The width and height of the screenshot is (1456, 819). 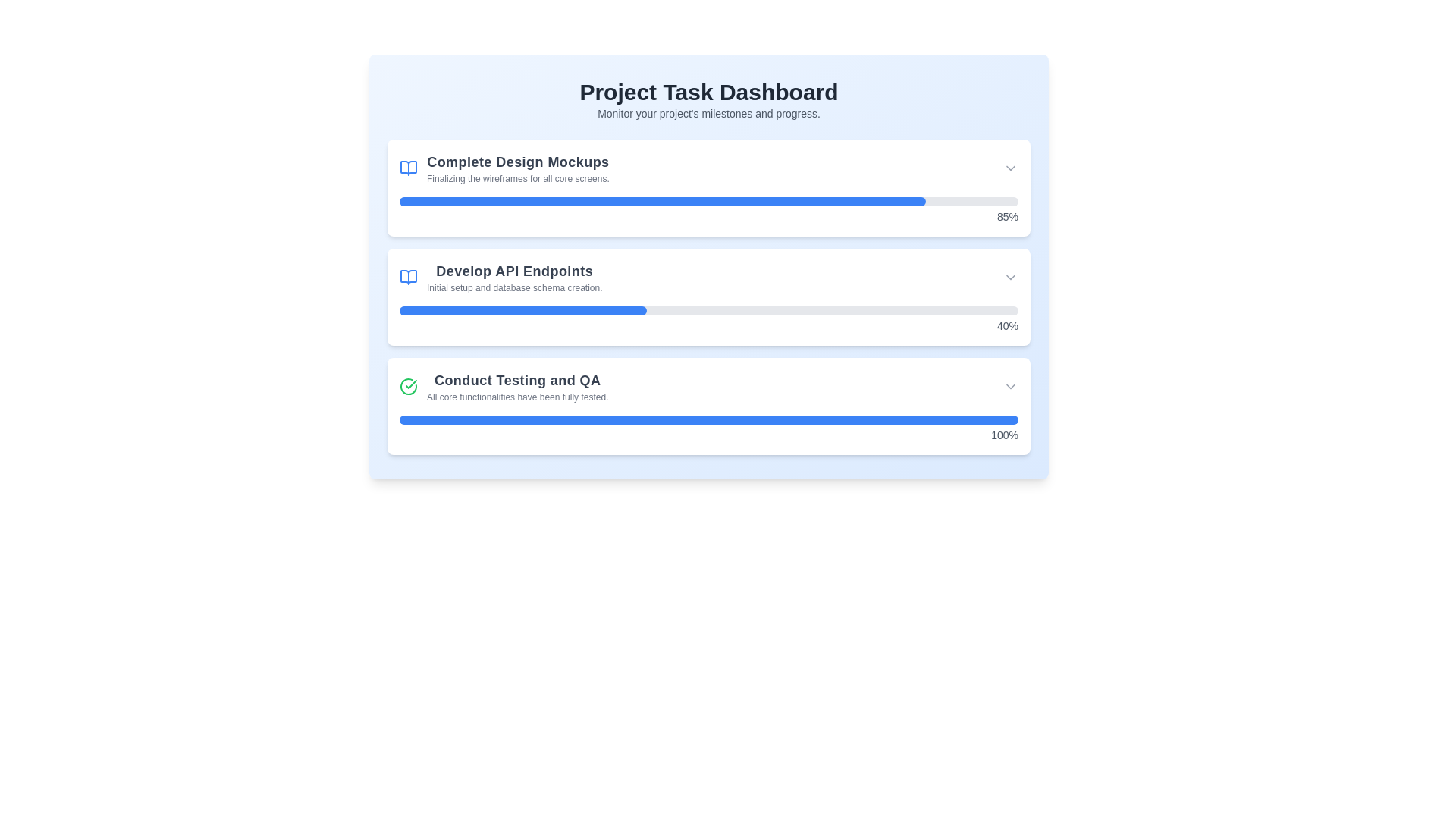 What do you see at coordinates (418, 309) in the screenshot?
I see `progress` at bounding box center [418, 309].